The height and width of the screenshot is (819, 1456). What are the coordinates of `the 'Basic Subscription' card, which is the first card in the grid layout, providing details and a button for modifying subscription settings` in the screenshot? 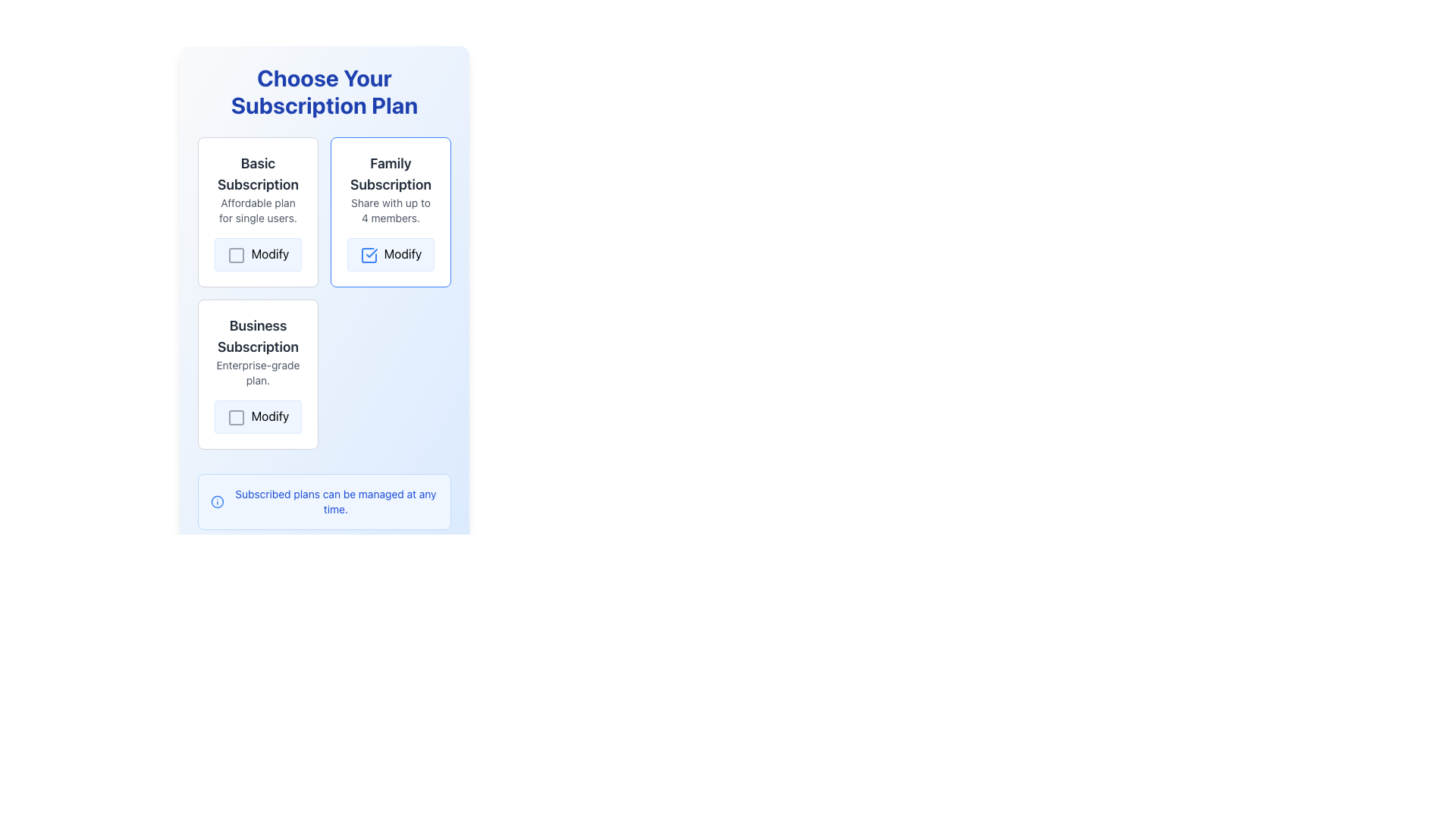 It's located at (258, 212).